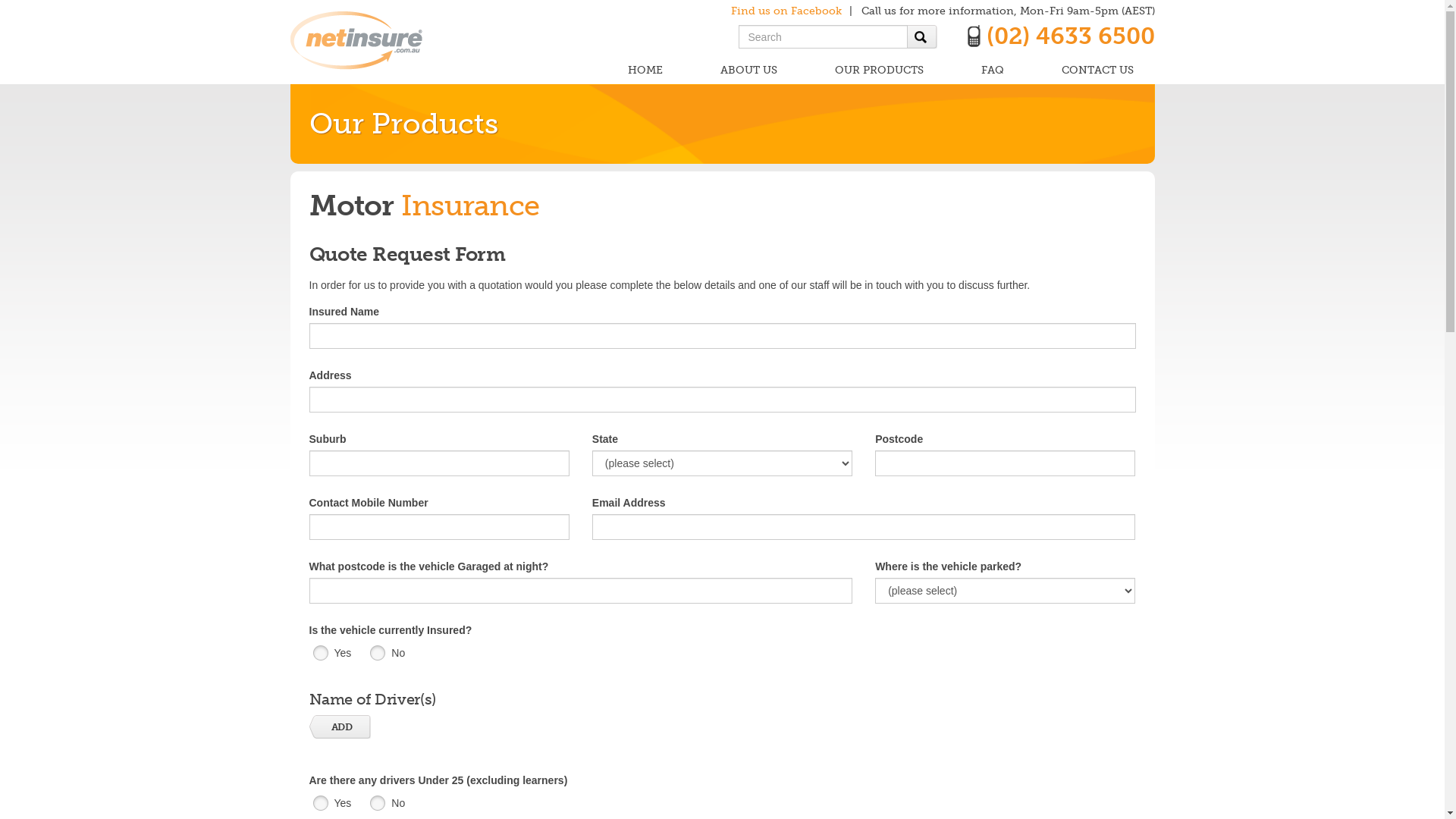 Image resolution: width=1456 pixels, height=819 pixels. Describe the element at coordinates (993, 70) in the screenshot. I see `'FAQ'` at that location.